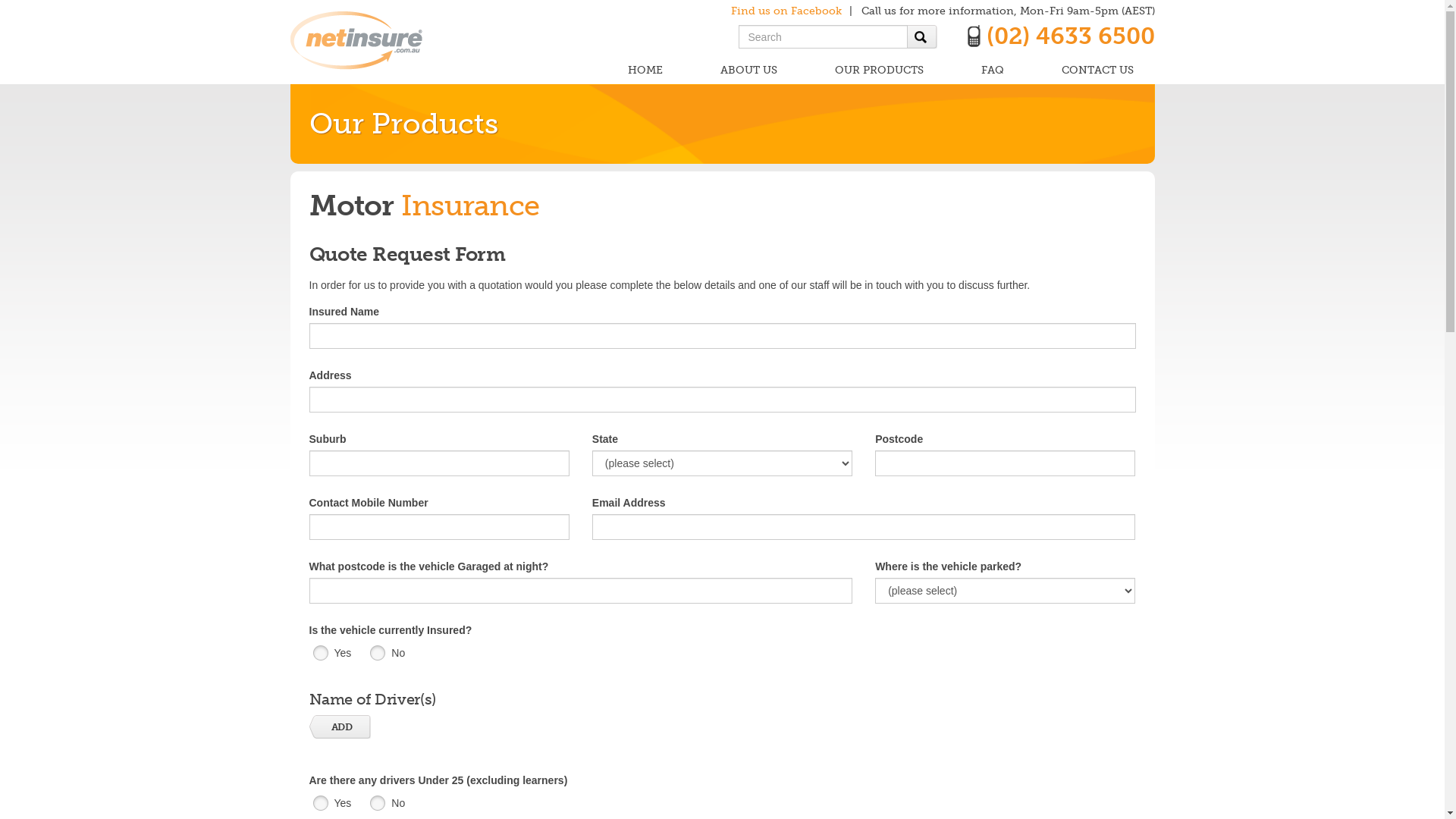 Image resolution: width=1456 pixels, height=819 pixels. Describe the element at coordinates (993, 70) in the screenshot. I see `'FAQ'` at that location.